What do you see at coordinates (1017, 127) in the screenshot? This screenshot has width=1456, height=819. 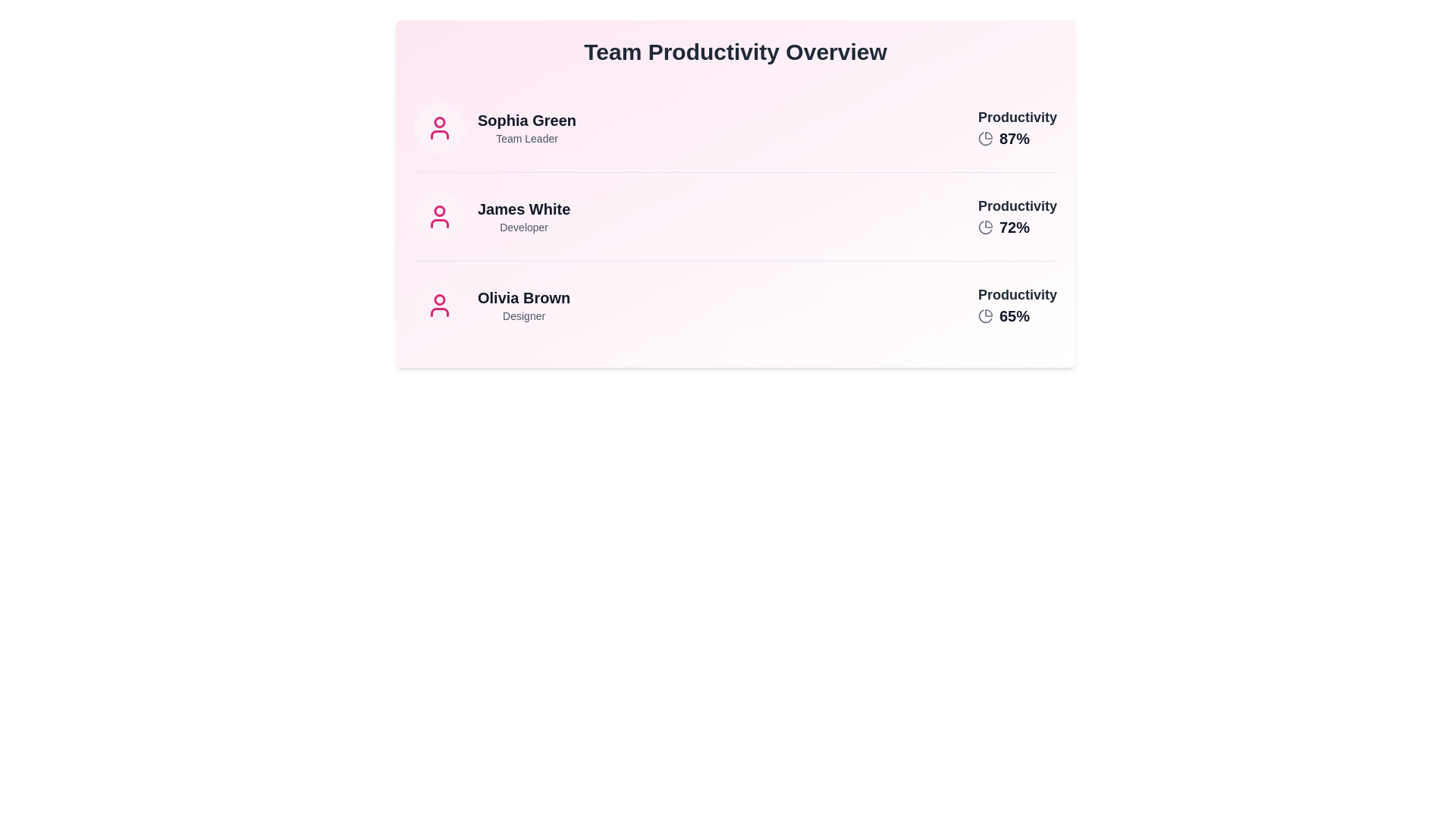 I see `productivity percentage (87%) displayed for the user 'Sophia Green' in the Statistic Display located in the top section of the Team Productivity Overview card, aligned to the right` at bounding box center [1017, 127].